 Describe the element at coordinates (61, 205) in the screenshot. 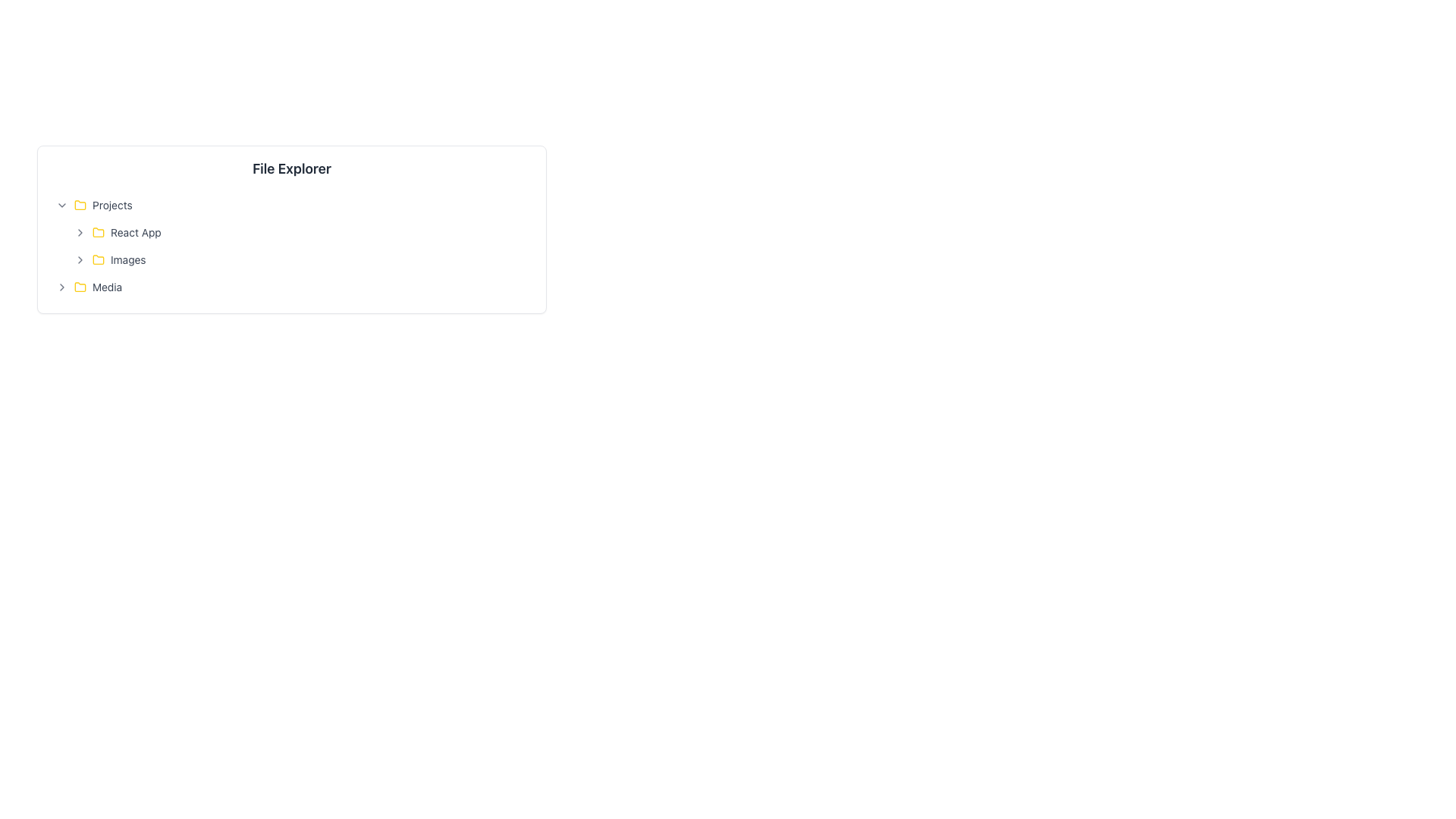

I see `the chevron icon located to the left of the 'Projects' label` at that location.